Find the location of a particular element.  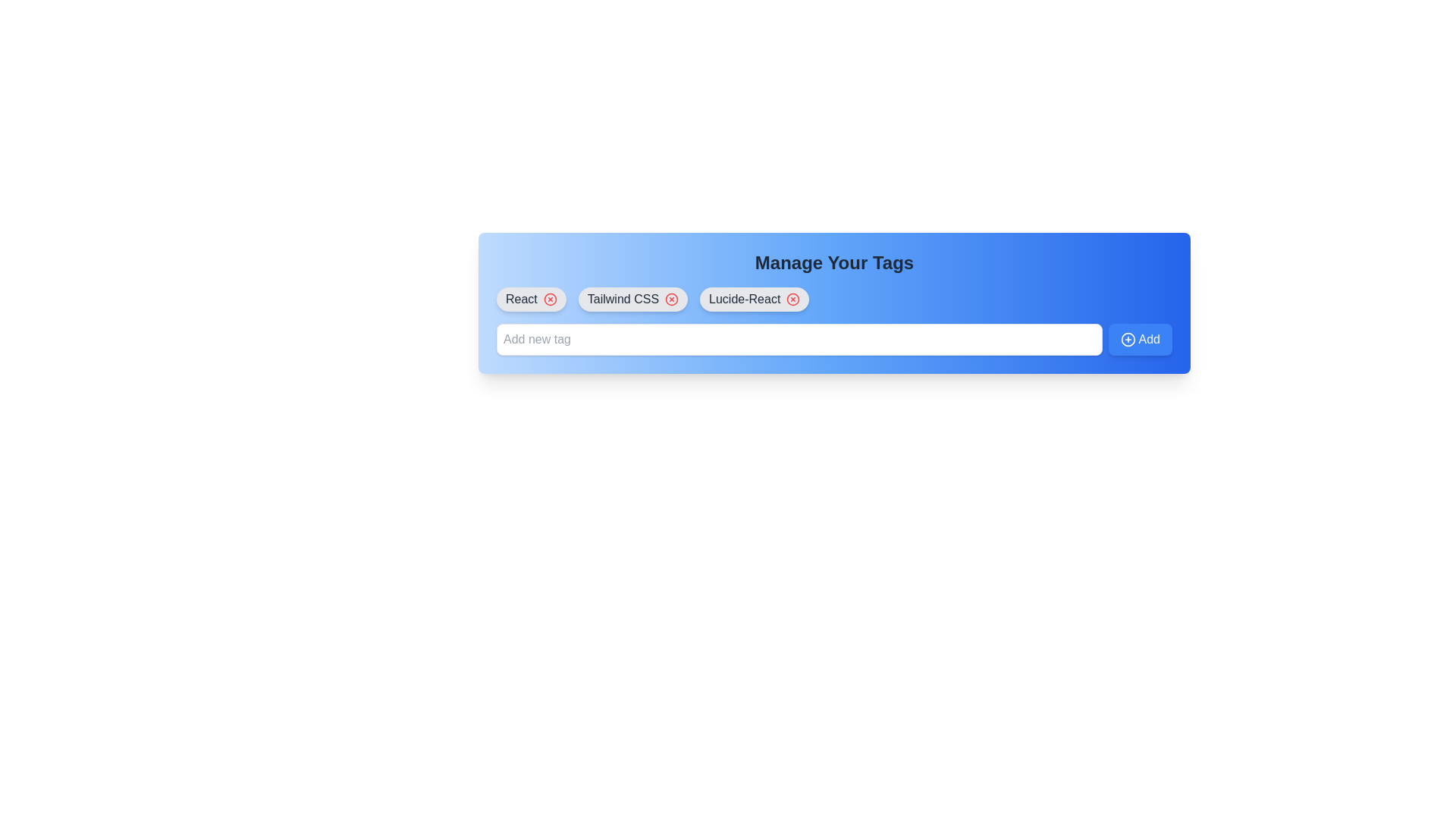

the 'Add' button with a blue background and white text, which is located at the rightmost end of the group of elements is located at coordinates (1140, 338).